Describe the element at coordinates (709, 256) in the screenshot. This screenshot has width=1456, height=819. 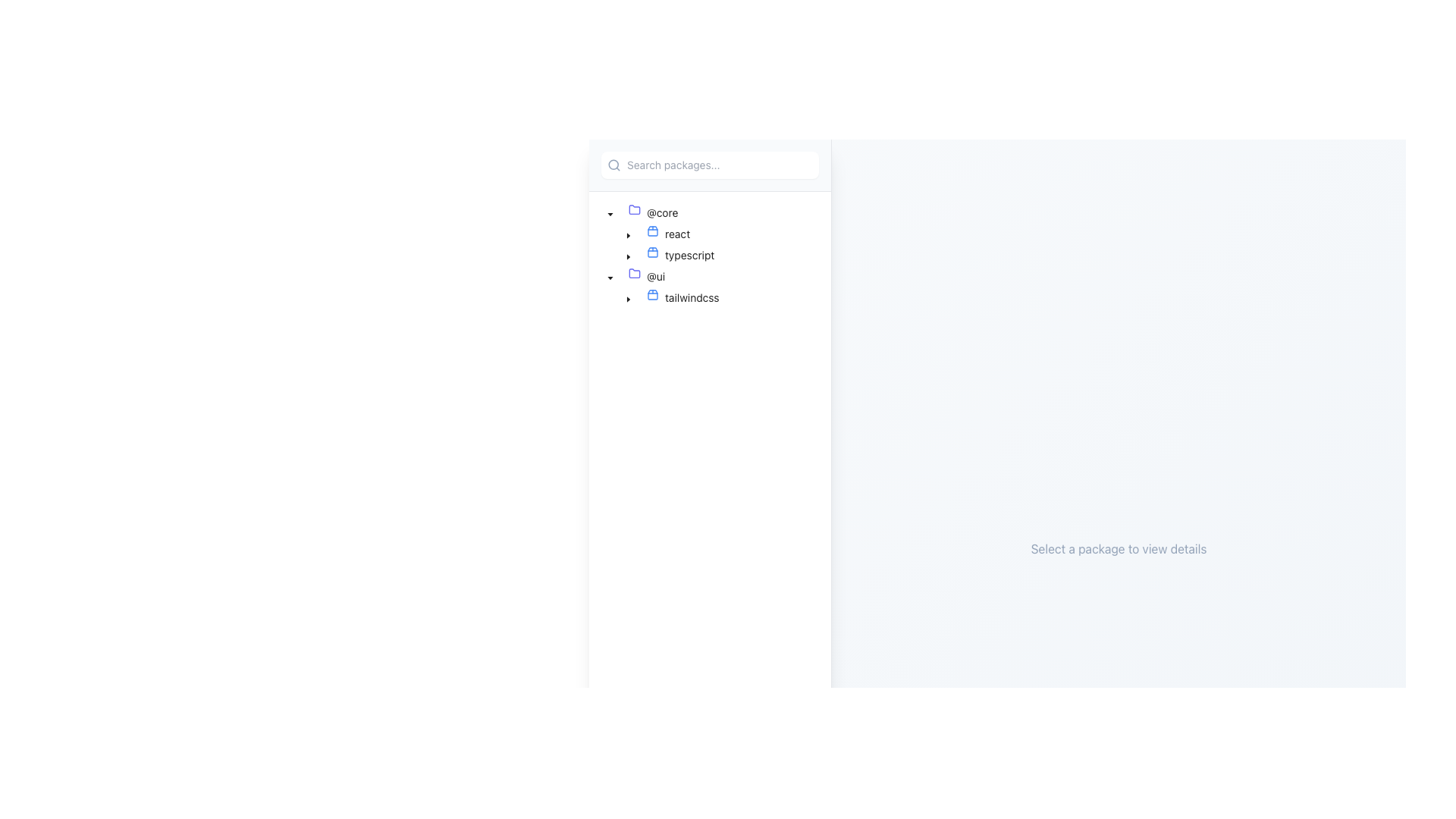
I see `the multi-line text content displaying '@corereacttypescript@uitailwindcss' in the left-hand side panel` at that location.